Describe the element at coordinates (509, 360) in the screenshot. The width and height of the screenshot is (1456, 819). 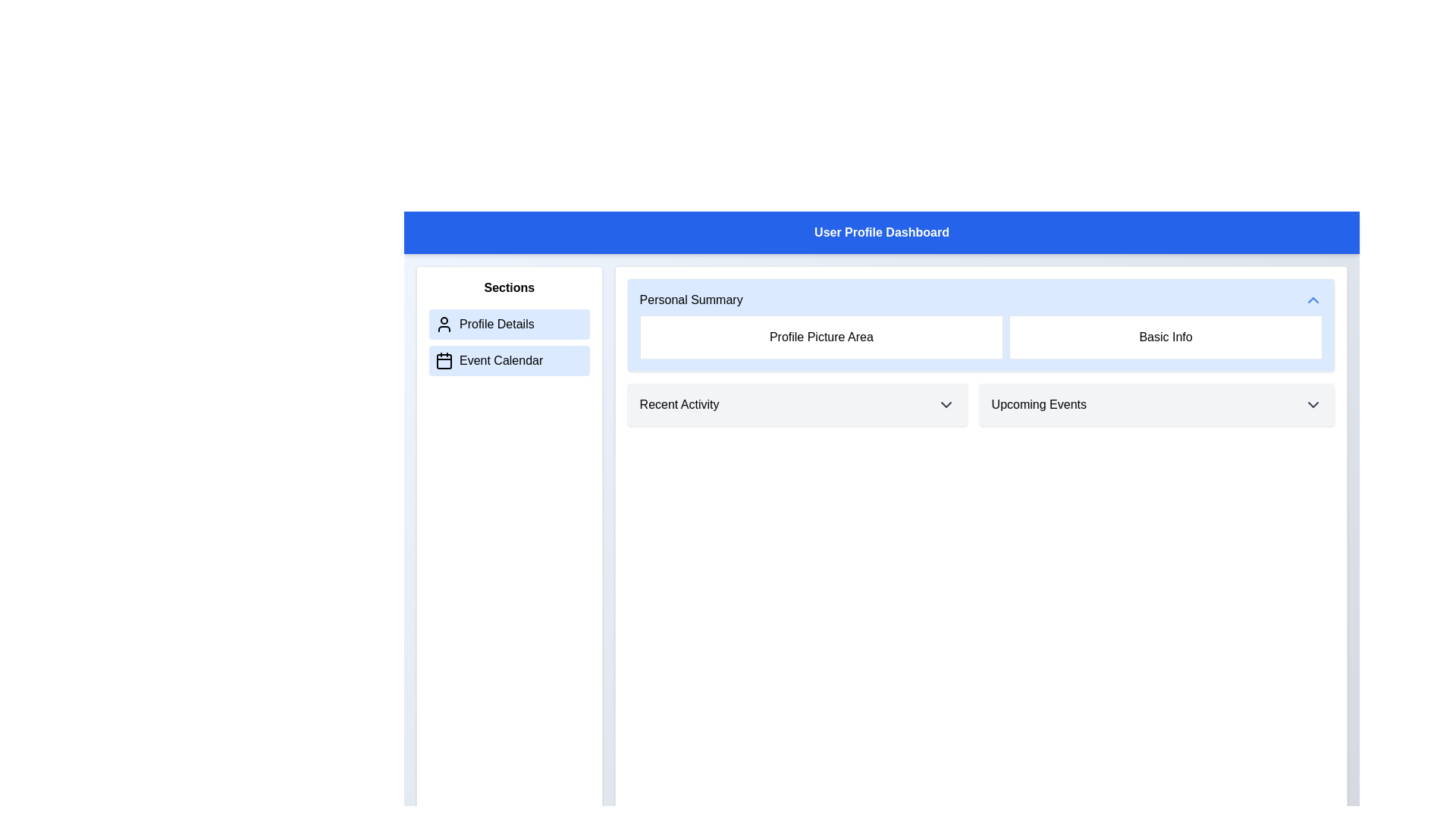
I see `the 'Event Calendar' button, which is a horizontally rectangular button with a light blue background and rounded corners, positioned below the 'Profile Details' button in the left sidebar labeled 'Sections'` at that location.